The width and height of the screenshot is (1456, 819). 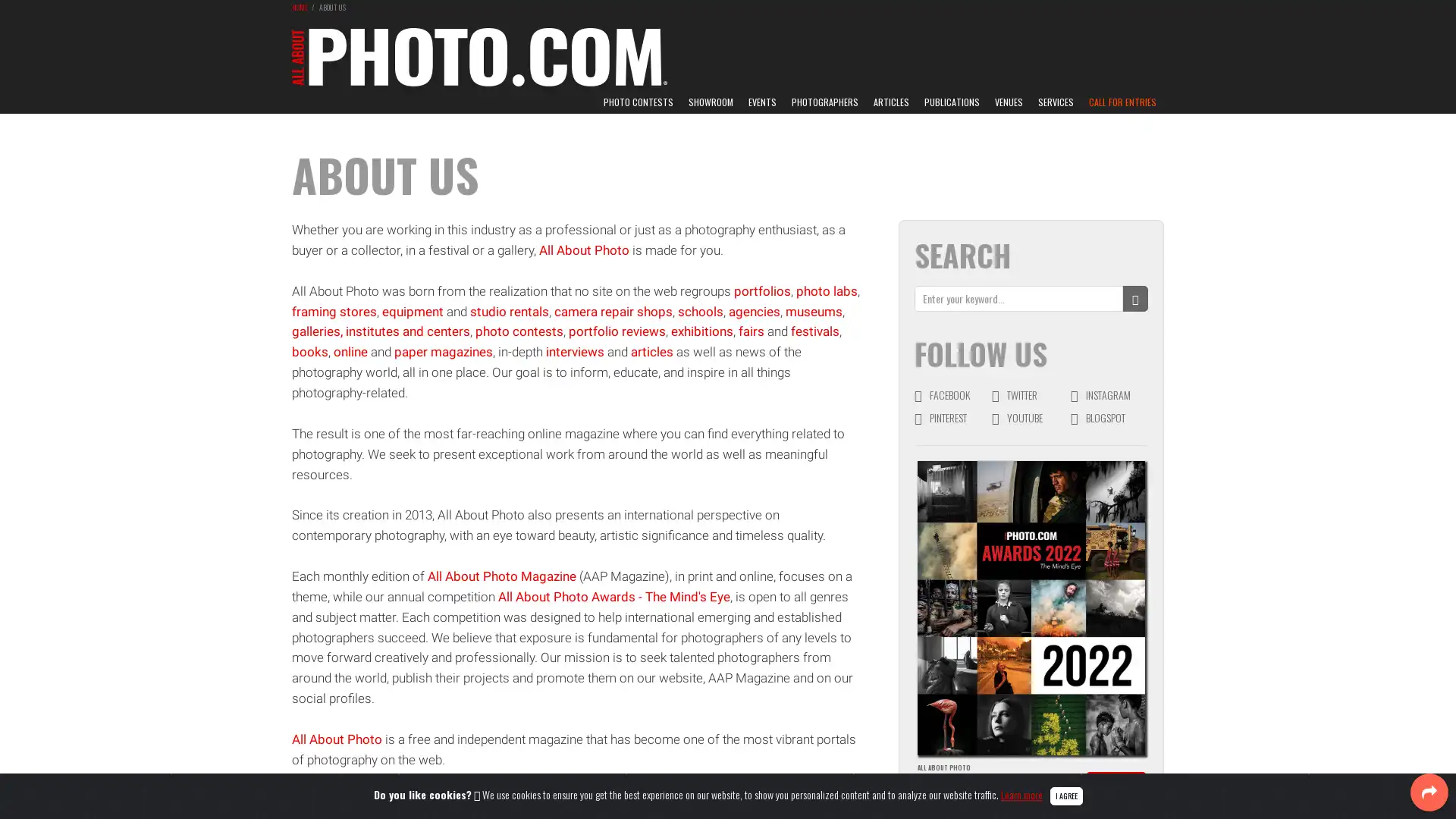 What do you see at coordinates (638, 102) in the screenshot?
I see `PHOTO CONTESTS` at bounding box center [638, 102].